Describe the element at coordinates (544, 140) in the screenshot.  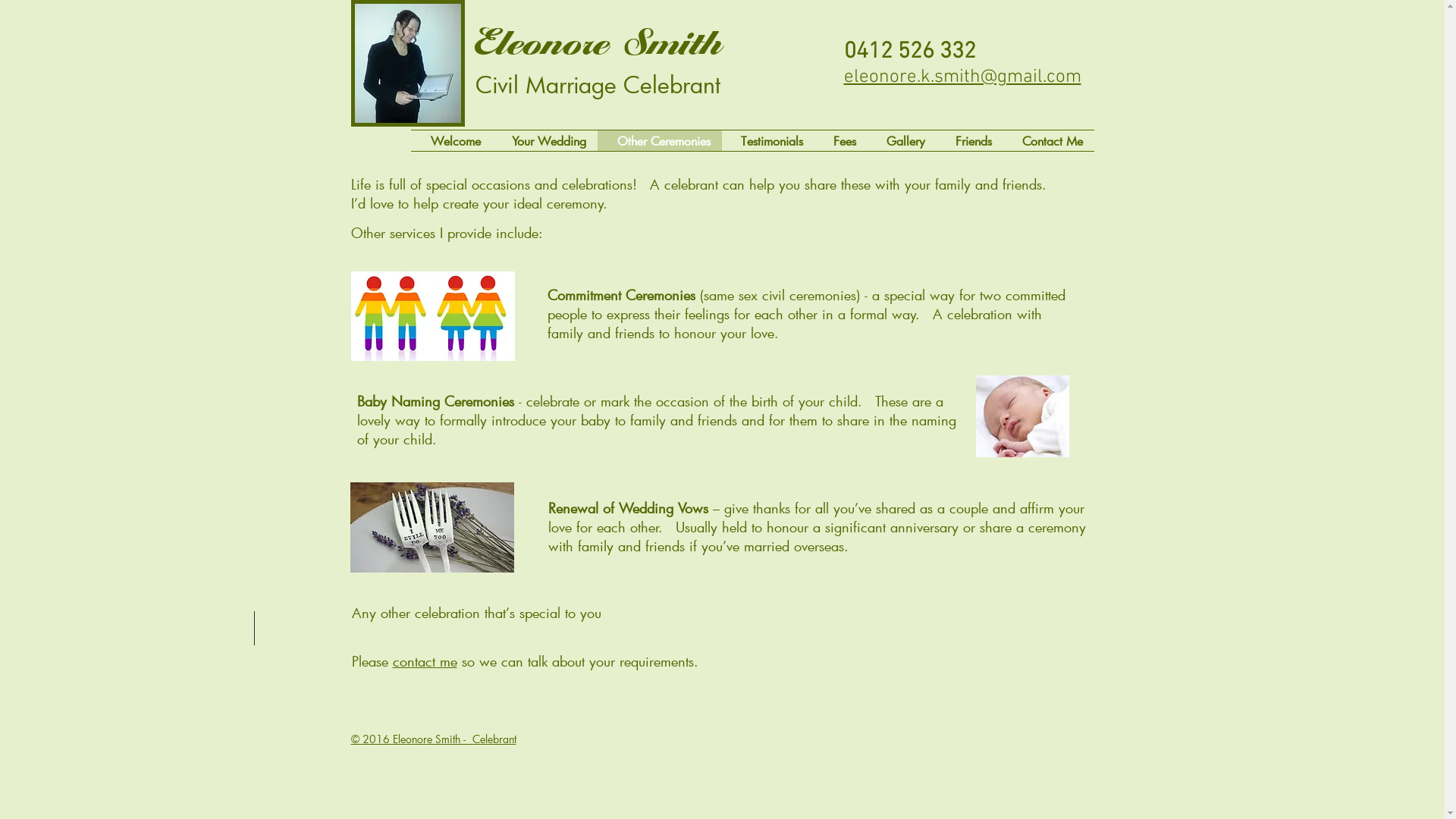
I see `'Your Wedding'` at that location.